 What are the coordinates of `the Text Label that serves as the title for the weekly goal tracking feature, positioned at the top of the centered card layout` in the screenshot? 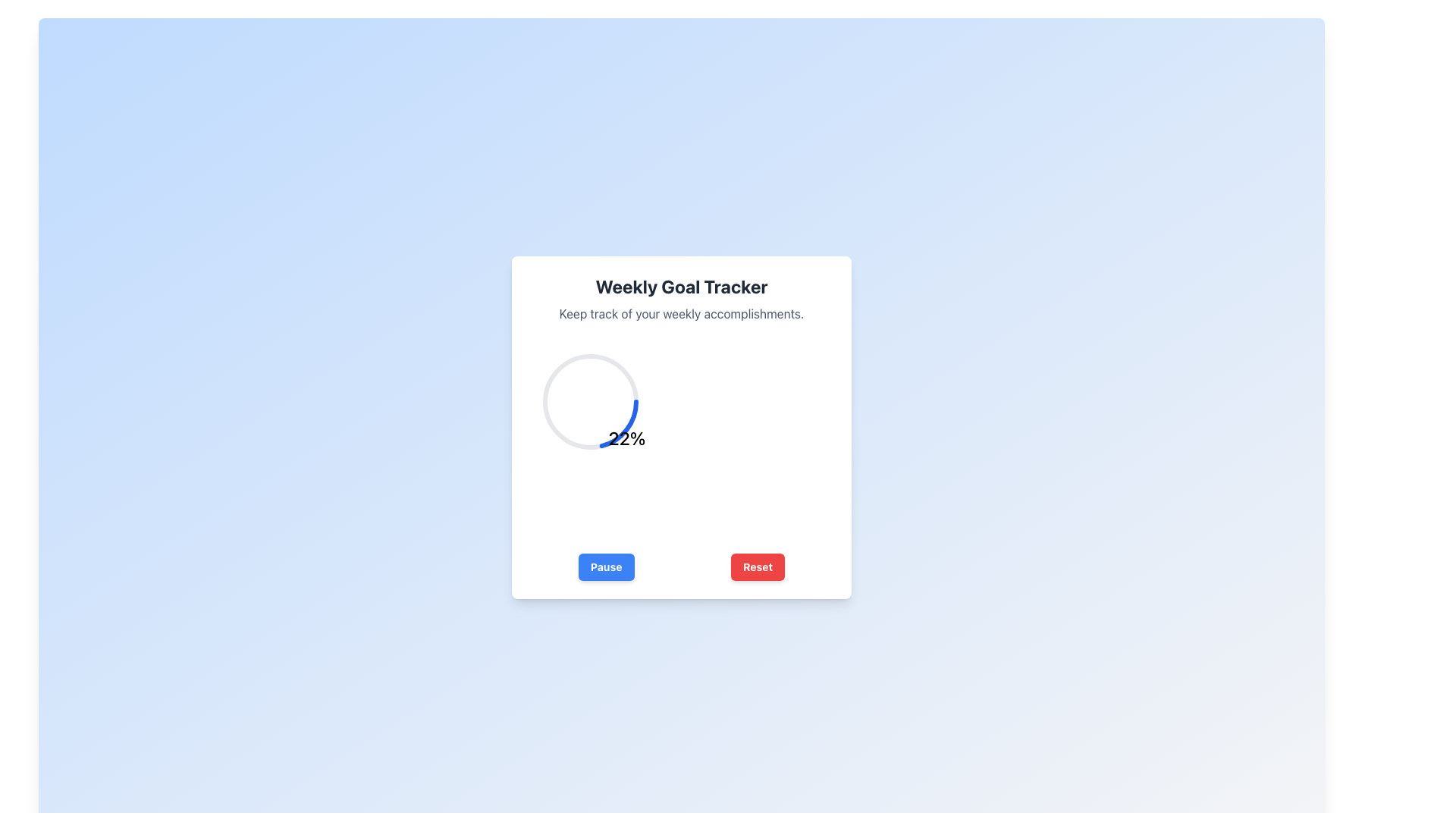 It's located at (680, 287).